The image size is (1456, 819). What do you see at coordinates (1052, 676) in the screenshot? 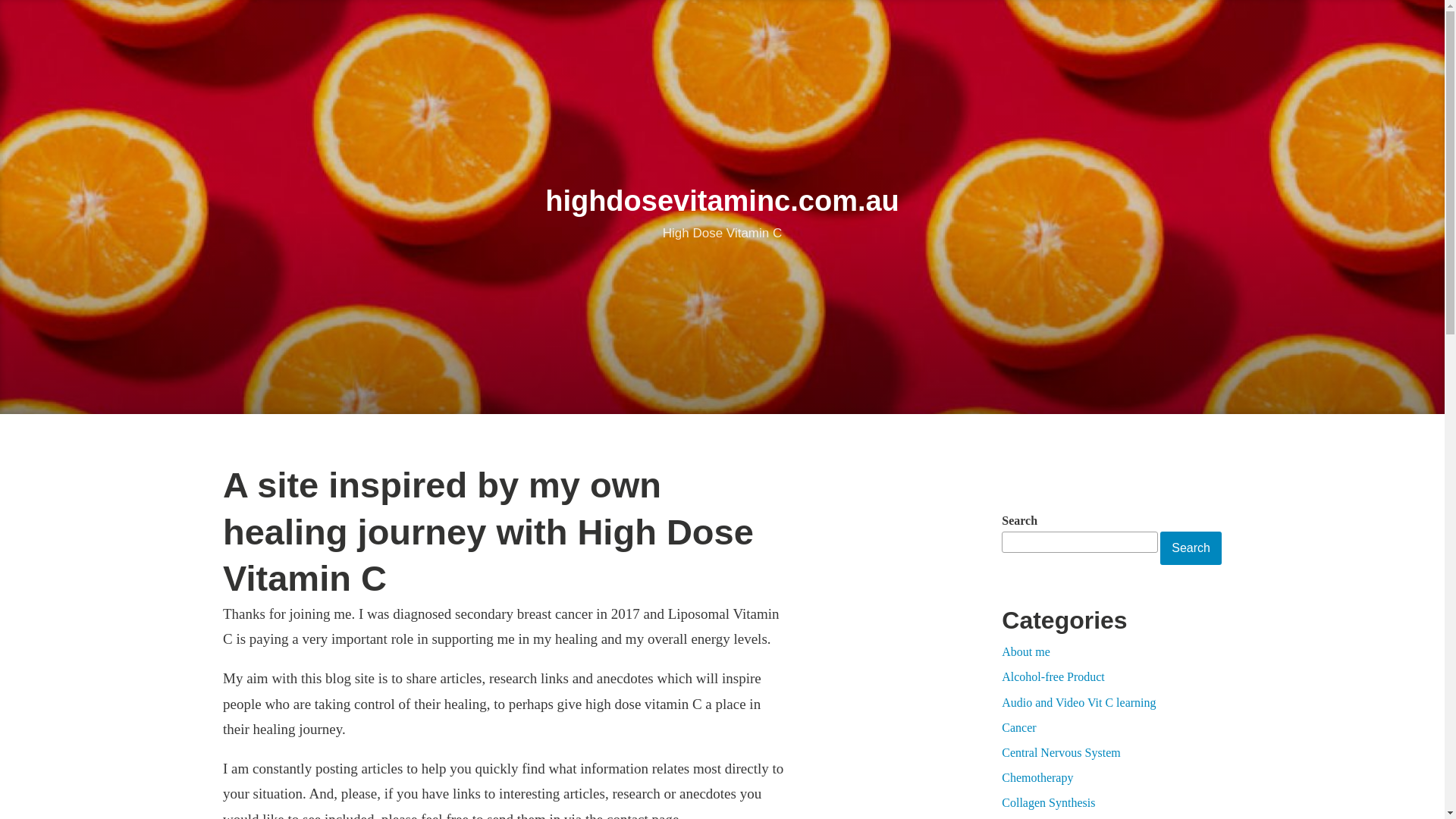
I see `'Alcohol-free Product'` at bounding box center [1052, 676].